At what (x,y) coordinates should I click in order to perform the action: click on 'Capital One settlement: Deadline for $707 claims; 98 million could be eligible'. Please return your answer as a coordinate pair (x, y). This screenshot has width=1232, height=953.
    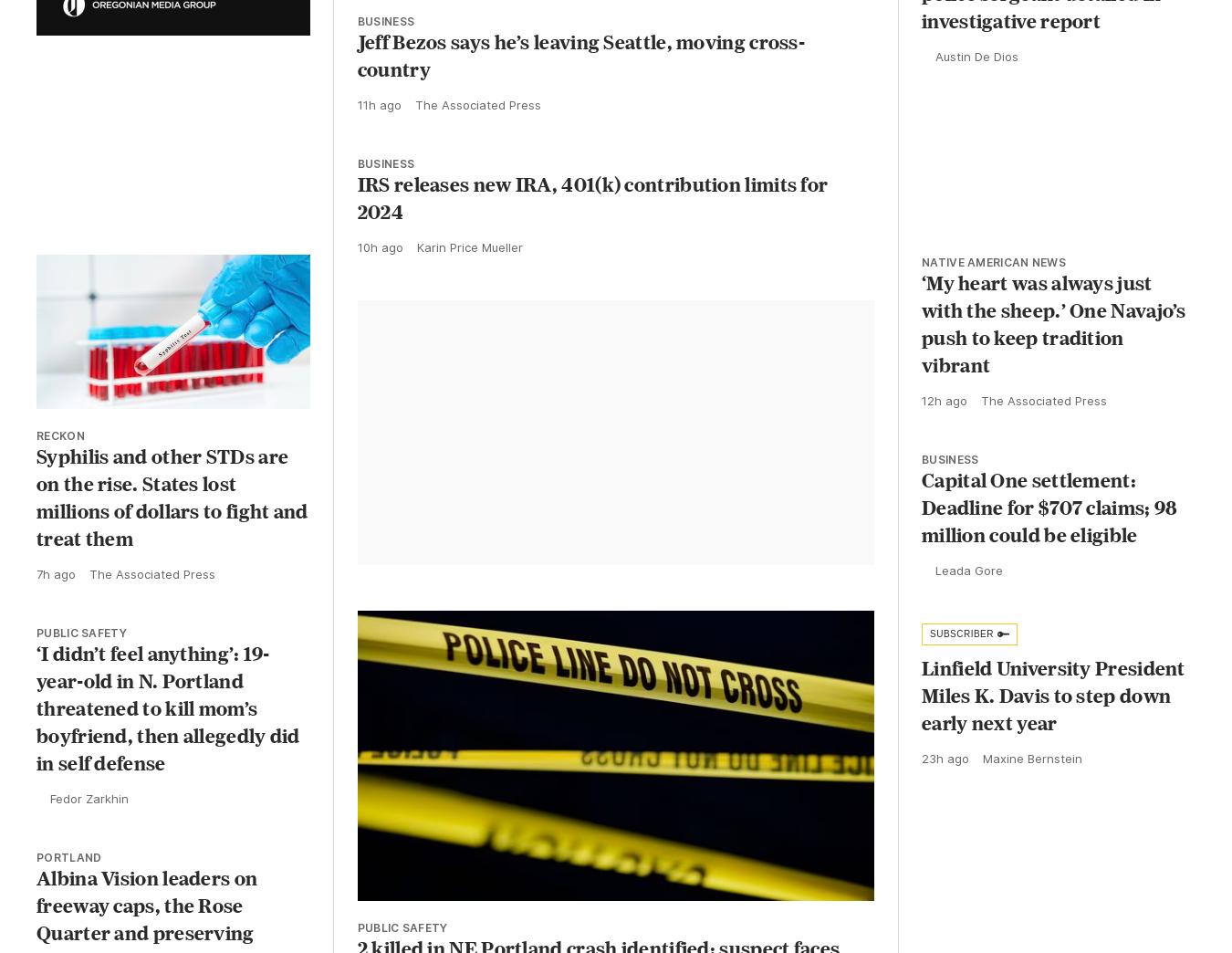
    Looking at the image, I should click on (1049, 522).